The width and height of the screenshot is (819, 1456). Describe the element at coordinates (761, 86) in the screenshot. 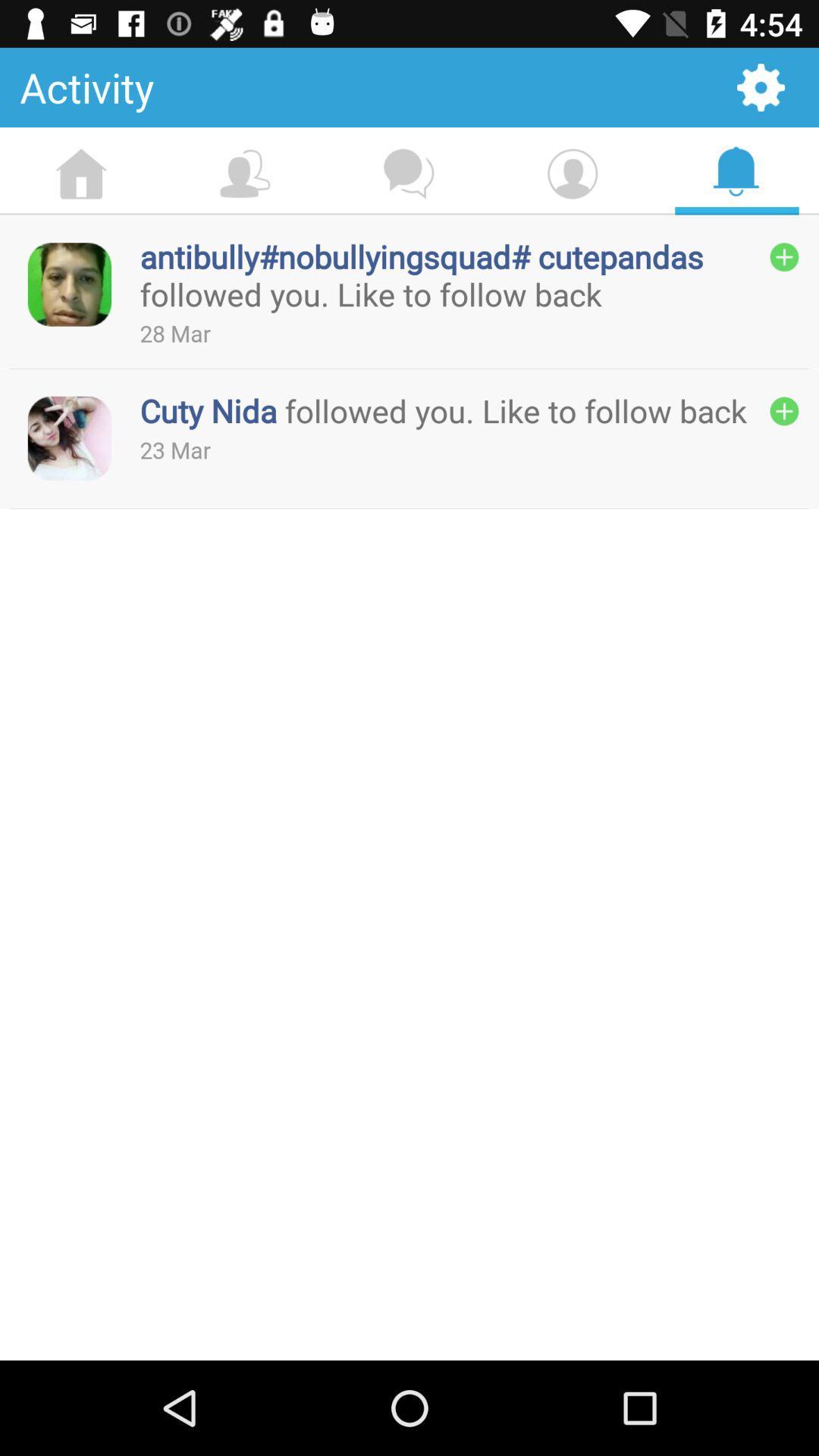

I see `the item next to the activity item` at that location.